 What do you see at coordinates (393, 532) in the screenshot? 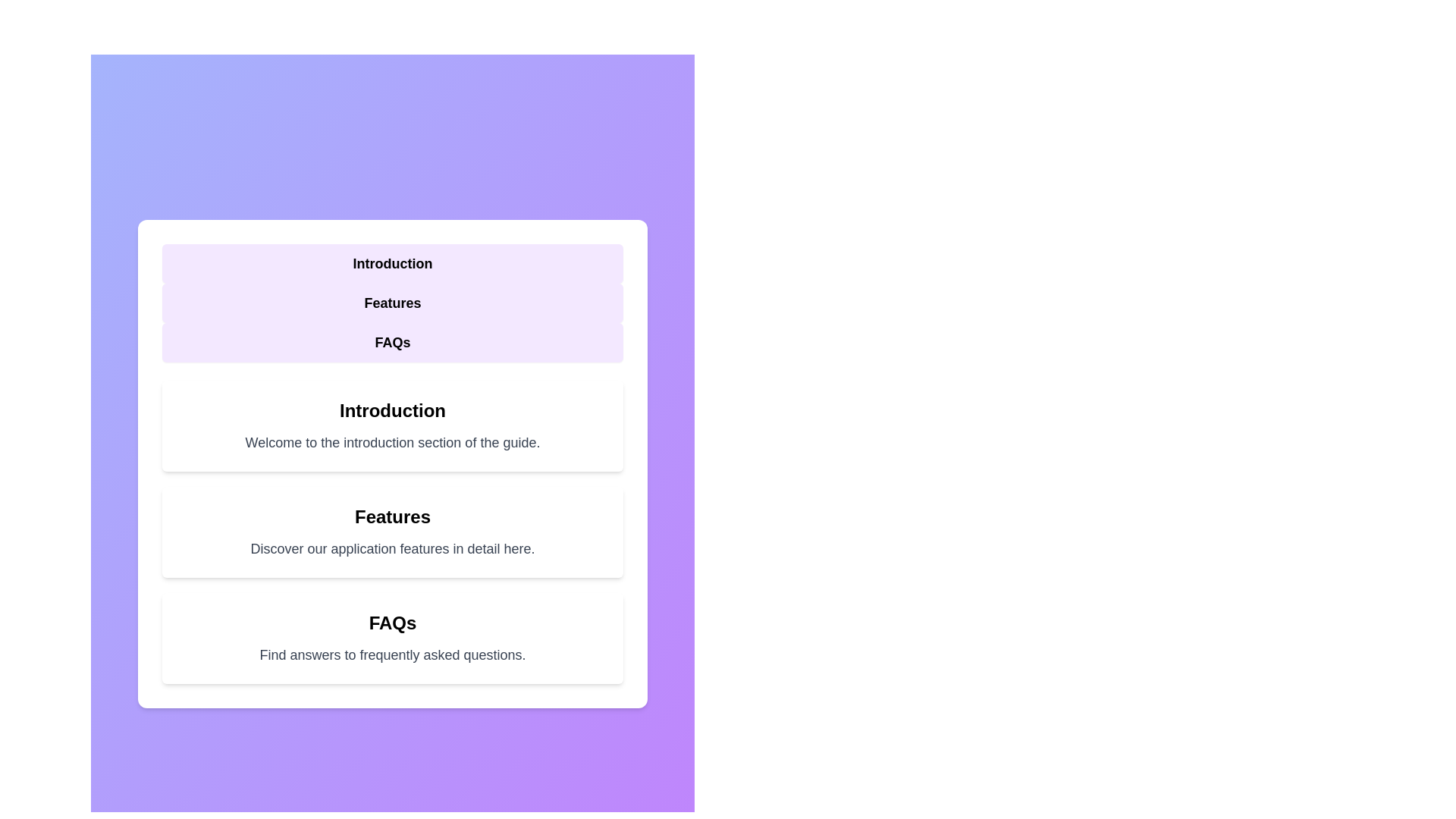
I see `the informational card that introduces the features of the application, positioned as the second section in the layout, between the 'Introduction' and 'FAQs' sections` at bounding box center [393, 532].